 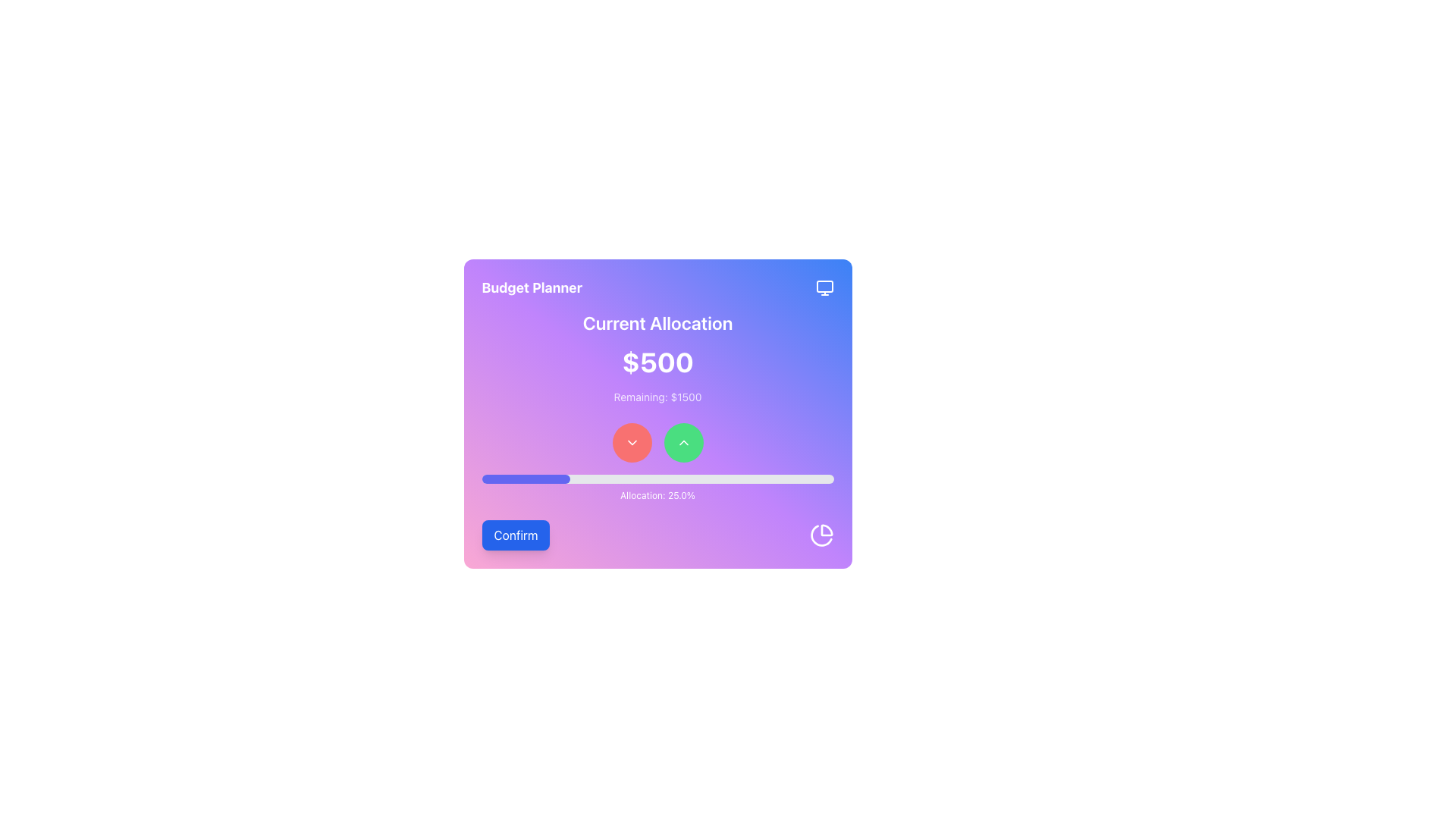 I want to click on the progress represented by the Progress bar located at the bottom of the 'Current Allocation' card, indicating a budget allocation of 25%, so click(x=657, y=479).